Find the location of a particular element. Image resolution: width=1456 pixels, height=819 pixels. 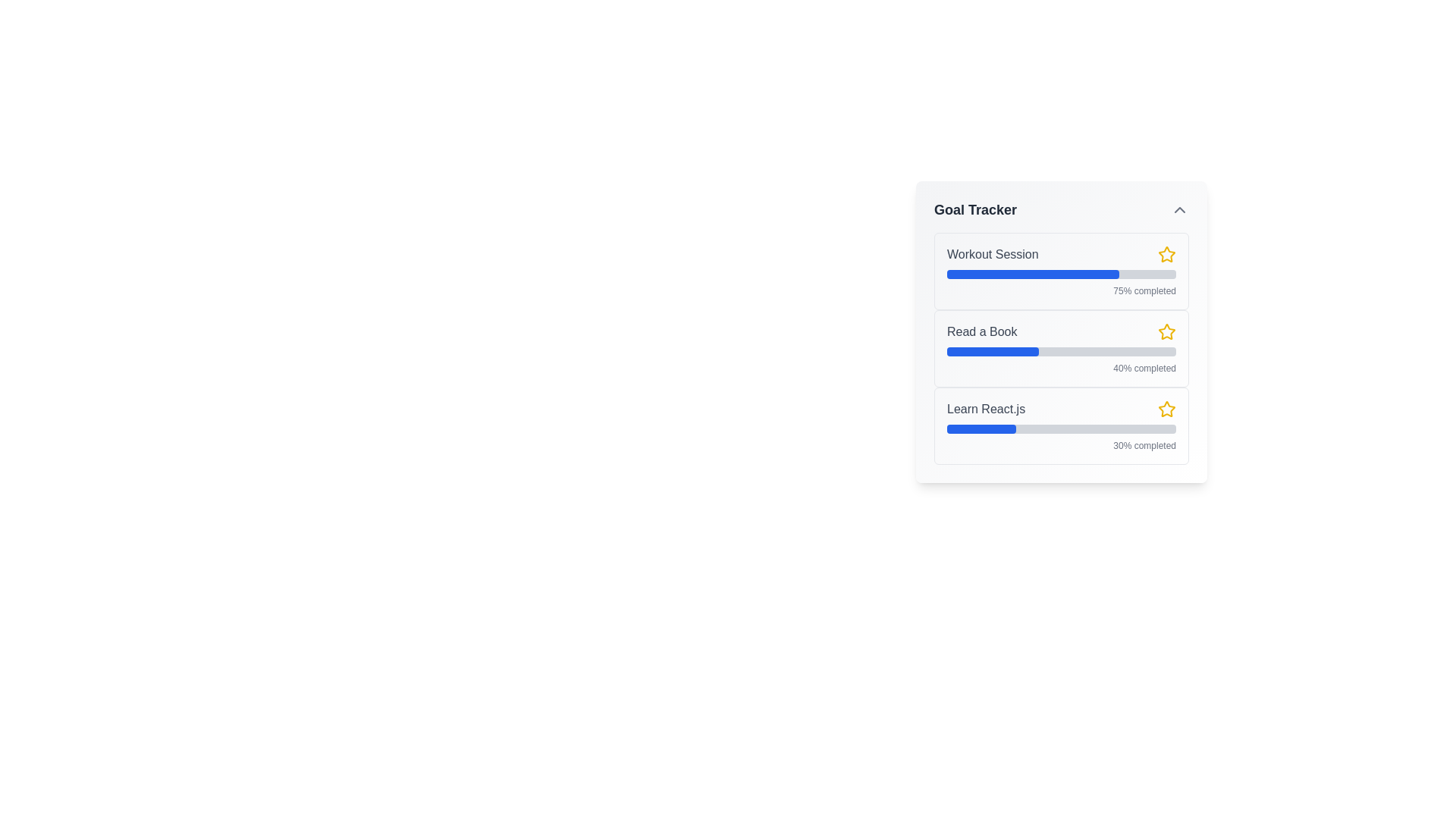

the third progress bar under the 'Goal Tracker' section, which indicates progress towards the goal 'Learn React.js' is located at coordinates (1061, 429).